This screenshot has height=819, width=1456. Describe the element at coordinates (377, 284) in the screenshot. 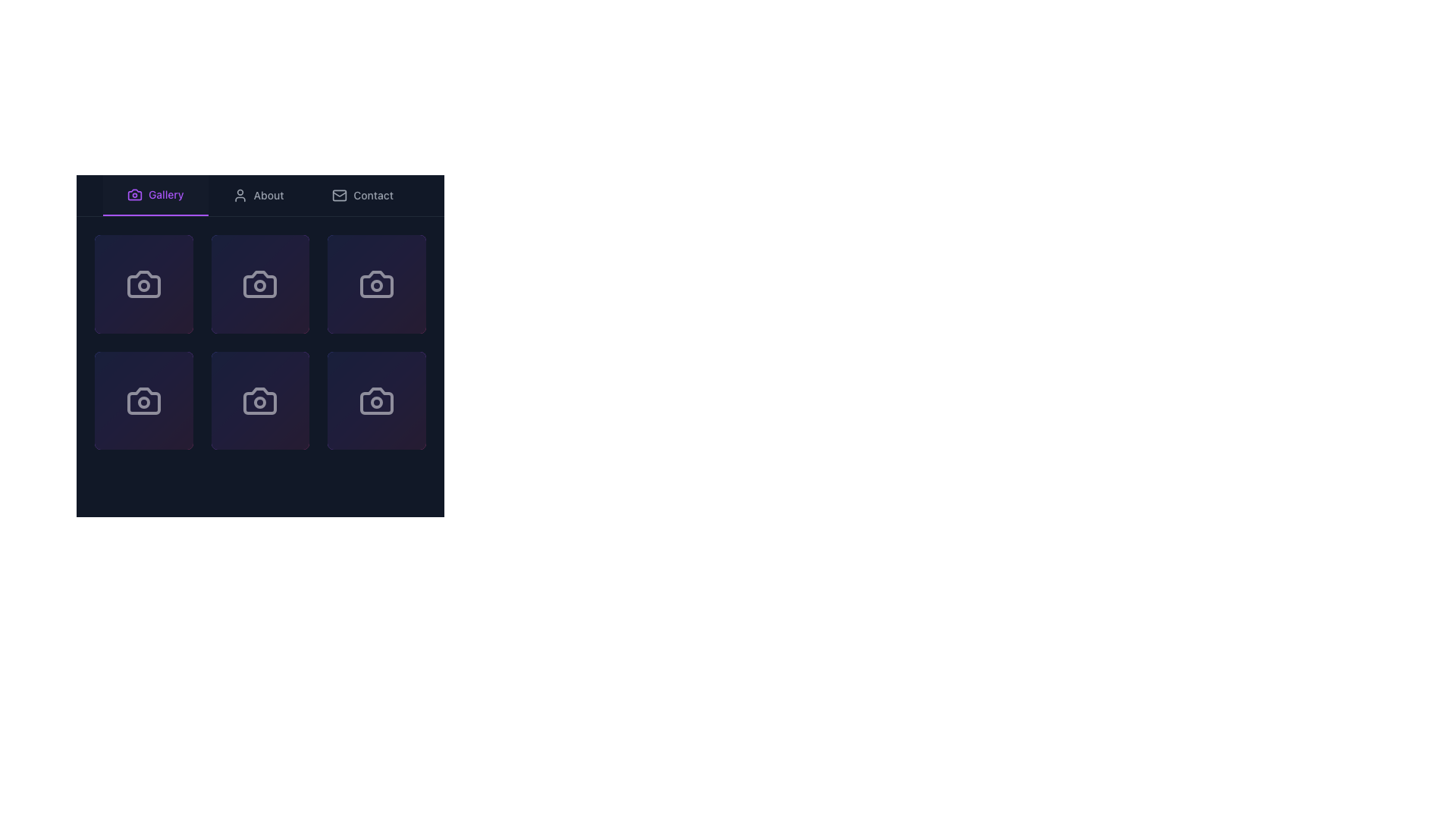

I see `the selectable card with an icon that represents a photo or camera-related action, located in the third column of the first row in a 3x2 grid` at that location.